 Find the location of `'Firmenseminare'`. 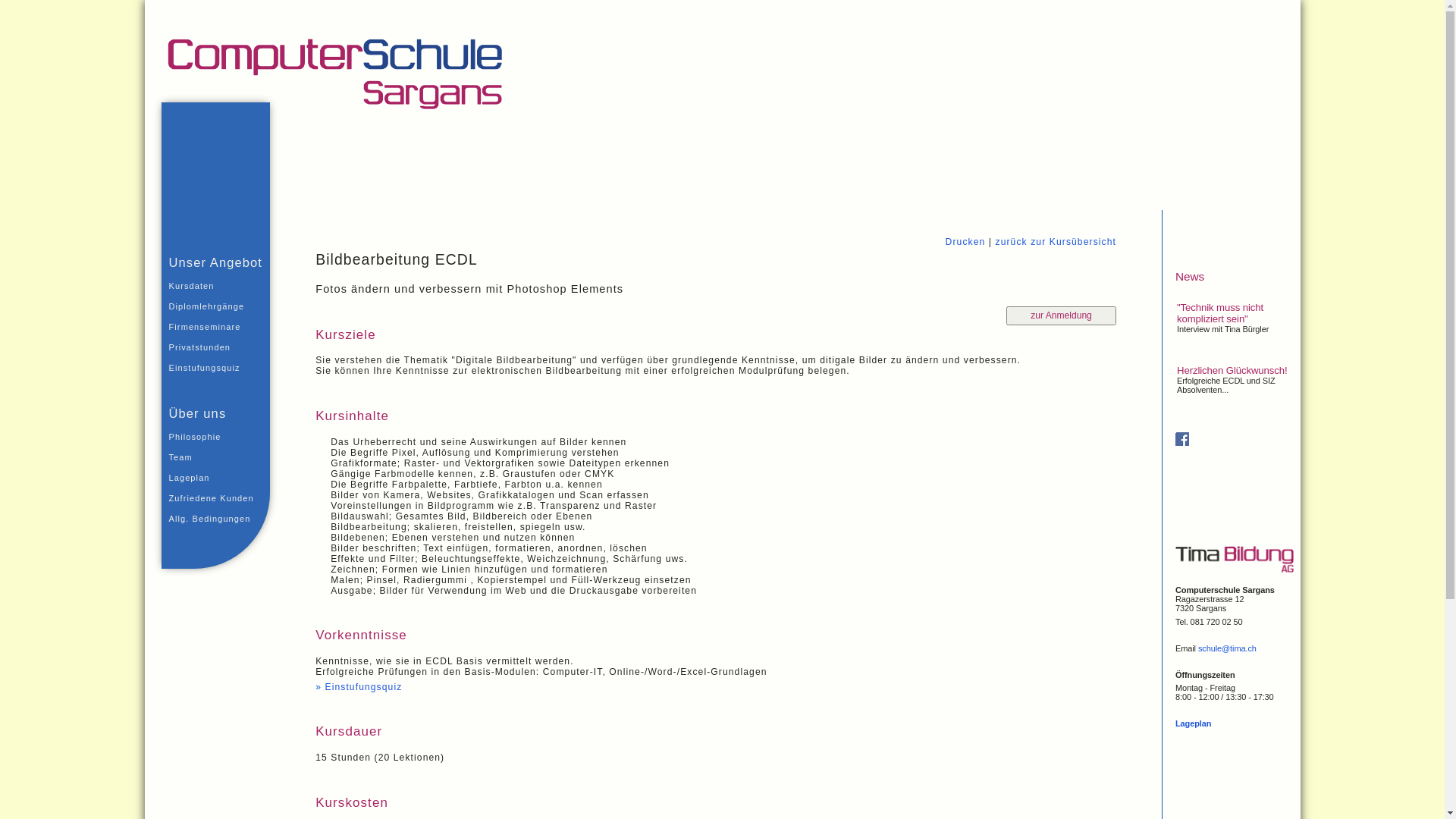

'Firmenseminare' is located at coordinates (160, 326).